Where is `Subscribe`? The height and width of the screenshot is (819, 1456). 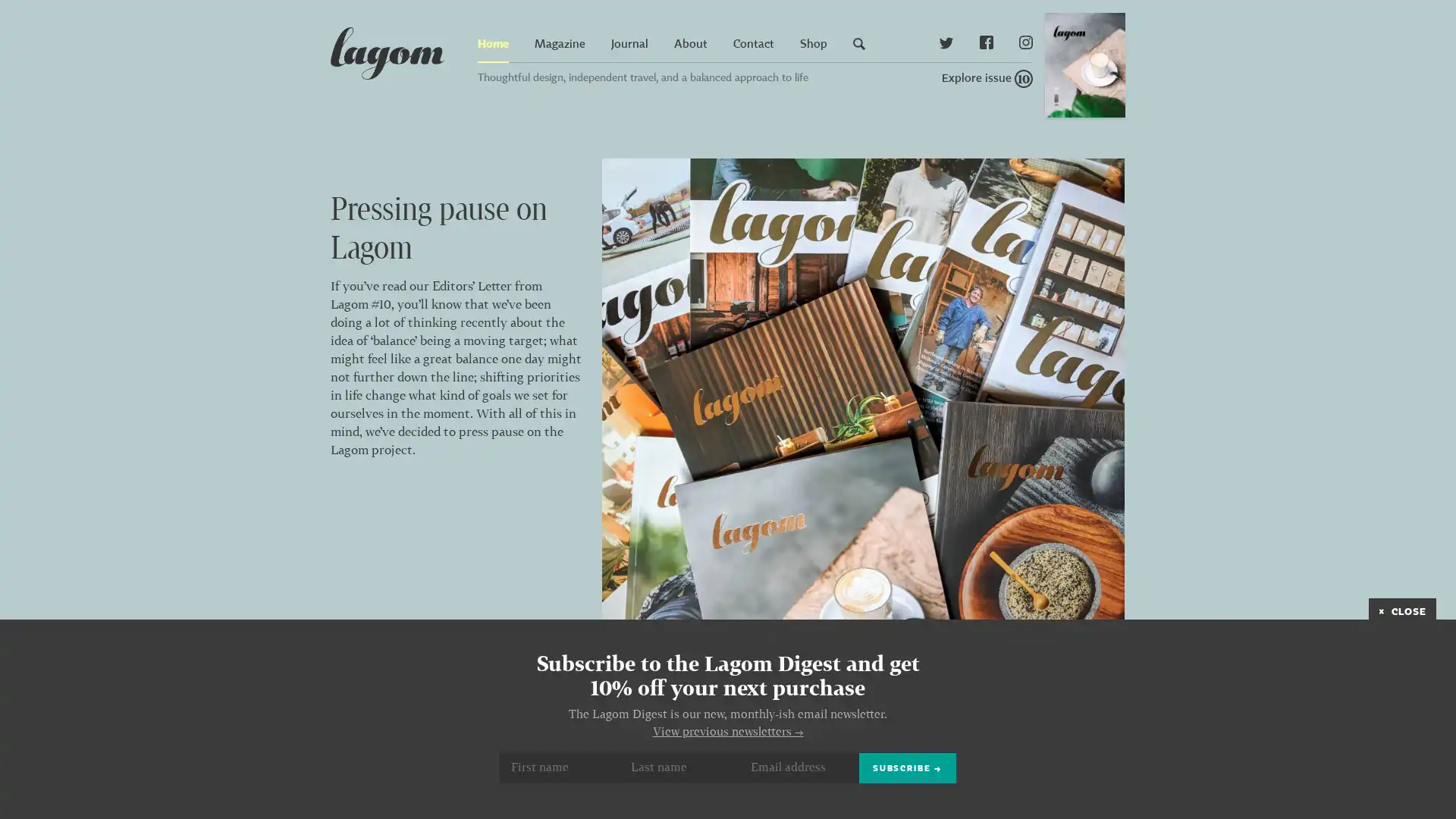
Subscribe is located at coordinates (907, 767).